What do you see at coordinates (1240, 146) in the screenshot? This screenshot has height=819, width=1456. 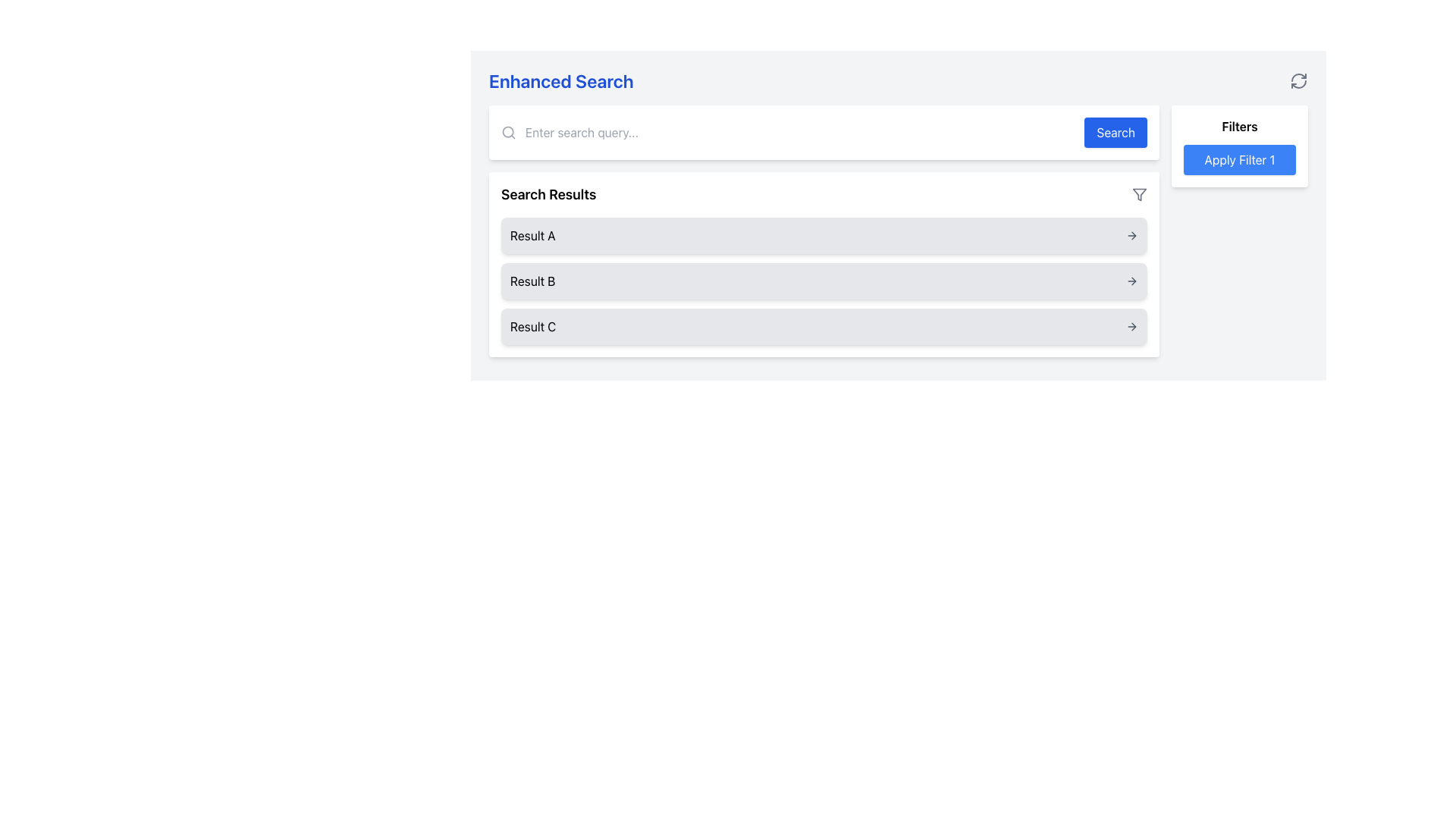 I see `the 'Apply Filter 1' button located below the 'Filters' header to apply the filter` at bounding box center [1240, 146].